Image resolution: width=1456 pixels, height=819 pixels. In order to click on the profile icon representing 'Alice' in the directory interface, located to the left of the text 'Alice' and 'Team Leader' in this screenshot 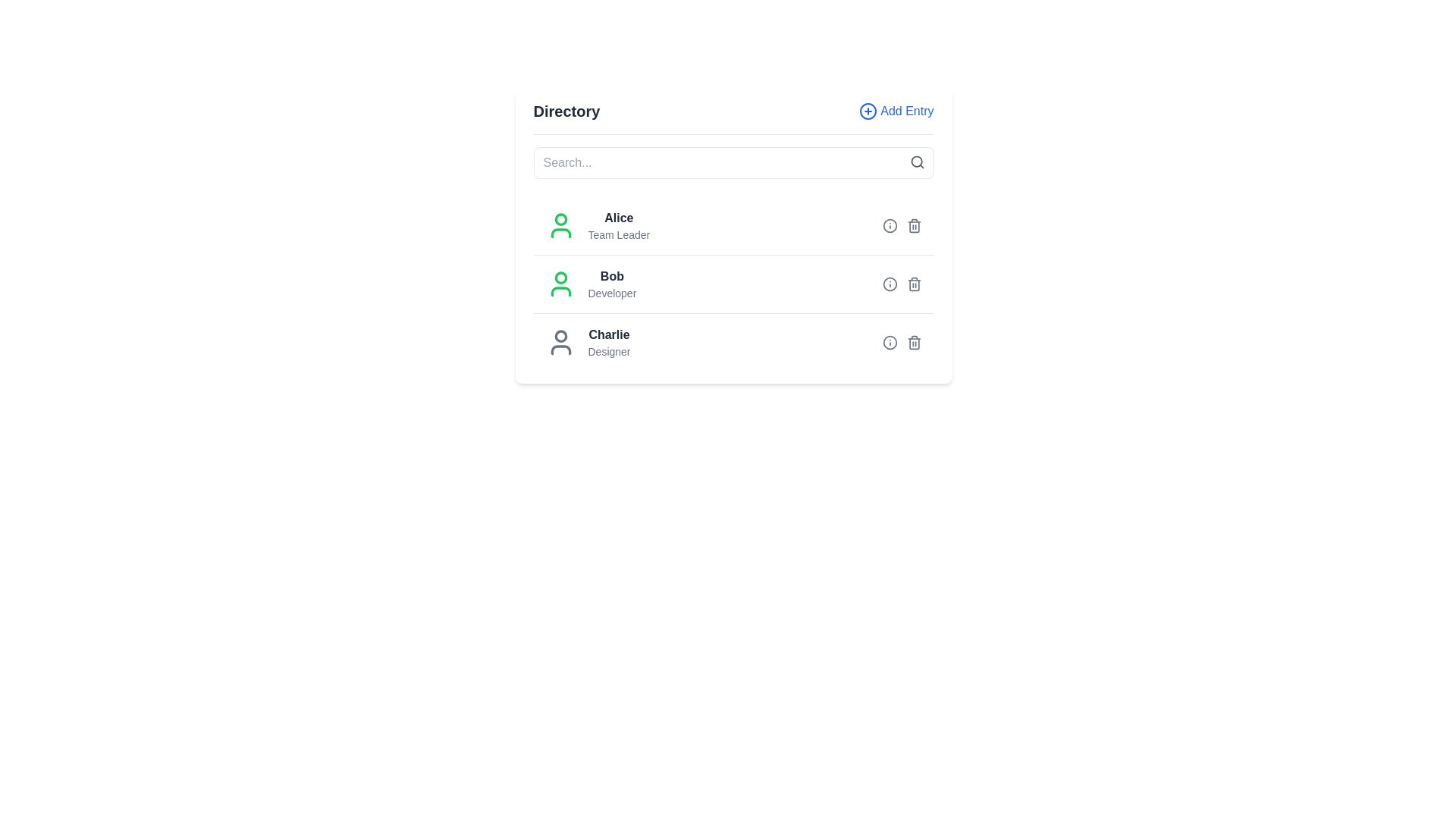, I will do `click(560, 225)`.